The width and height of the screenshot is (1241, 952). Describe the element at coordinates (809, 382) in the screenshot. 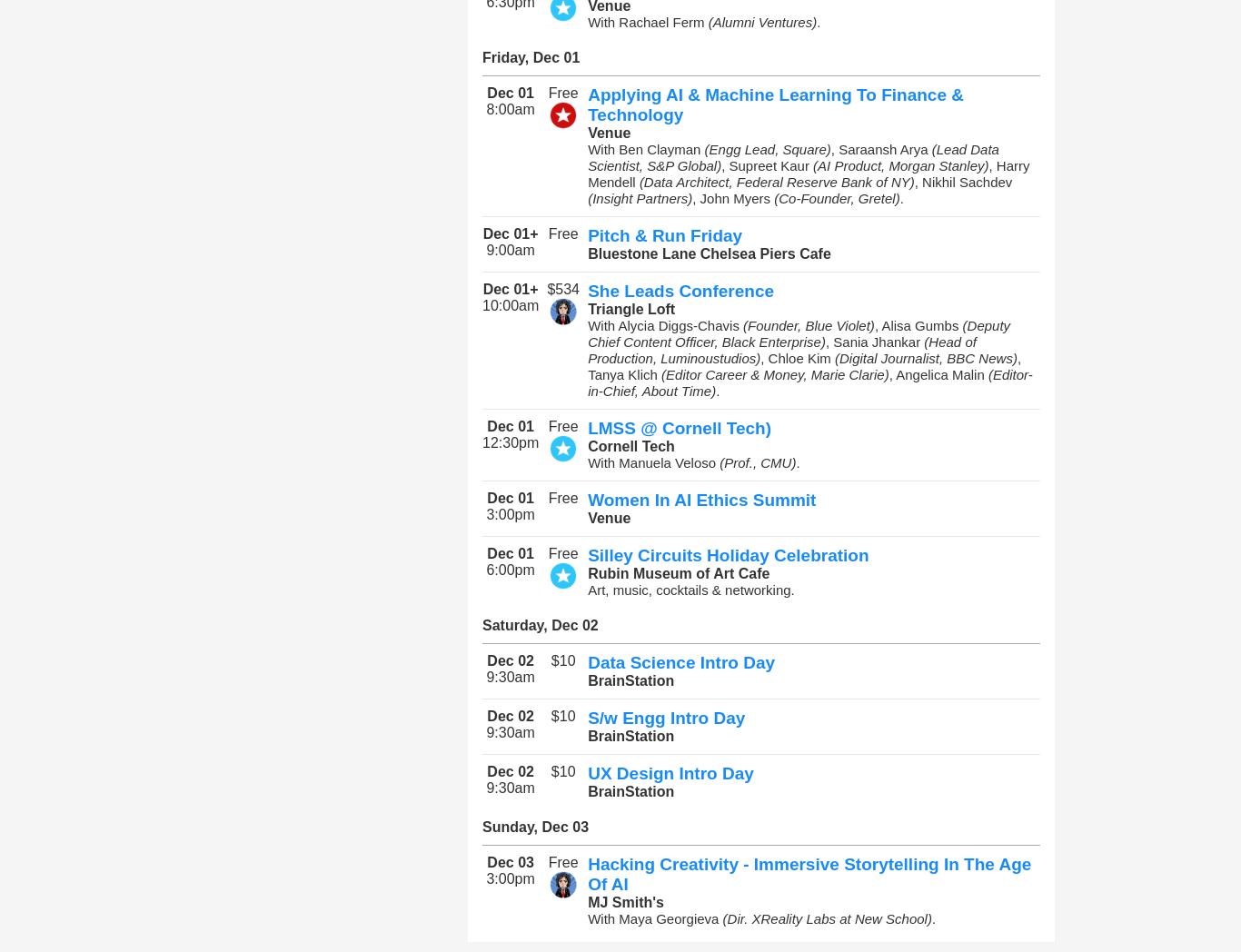

I see `'(Editor-in-Chief, About Time)'` at that location.